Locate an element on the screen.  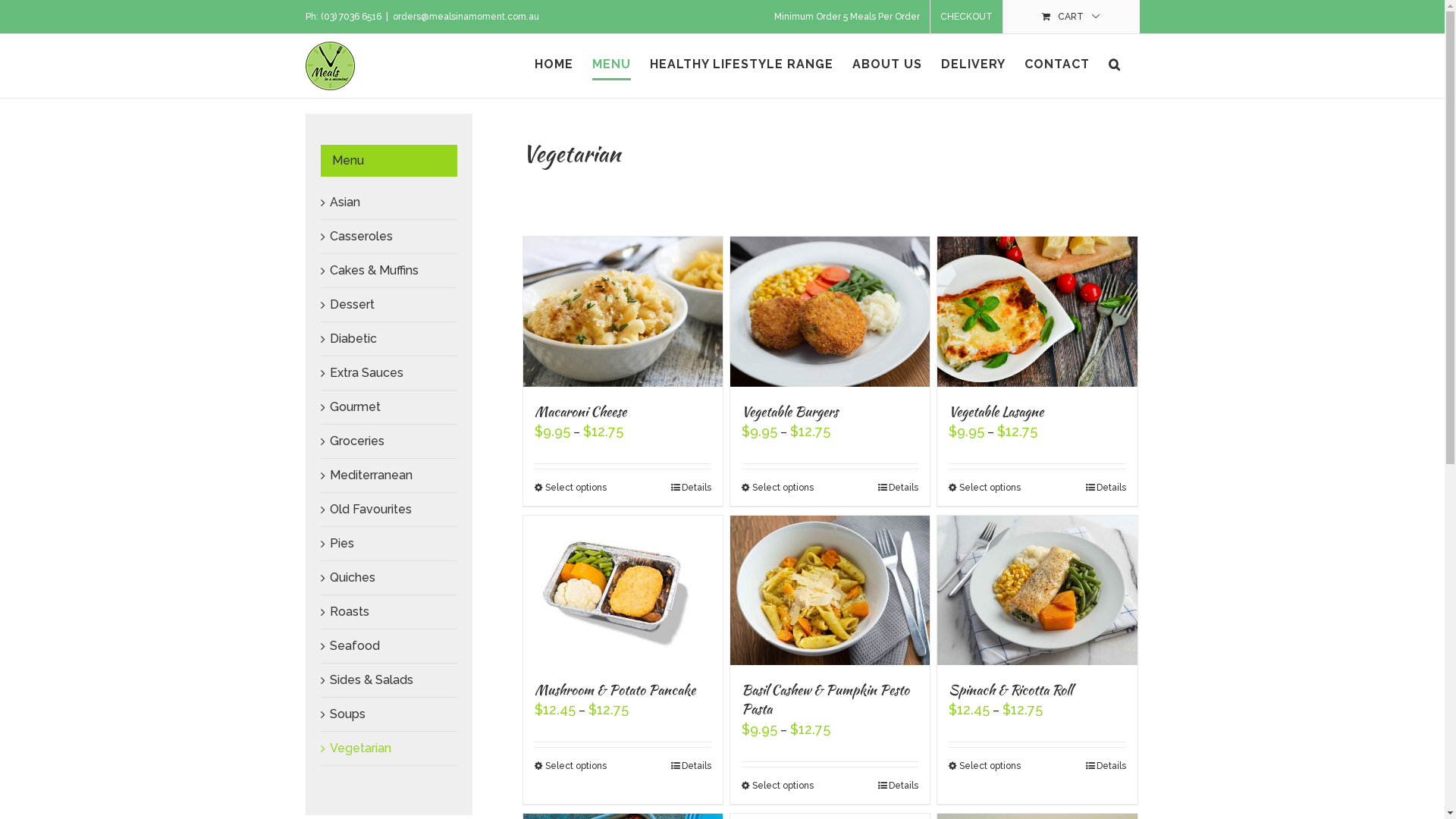
'Soups' is located at coordinates (328, 714).